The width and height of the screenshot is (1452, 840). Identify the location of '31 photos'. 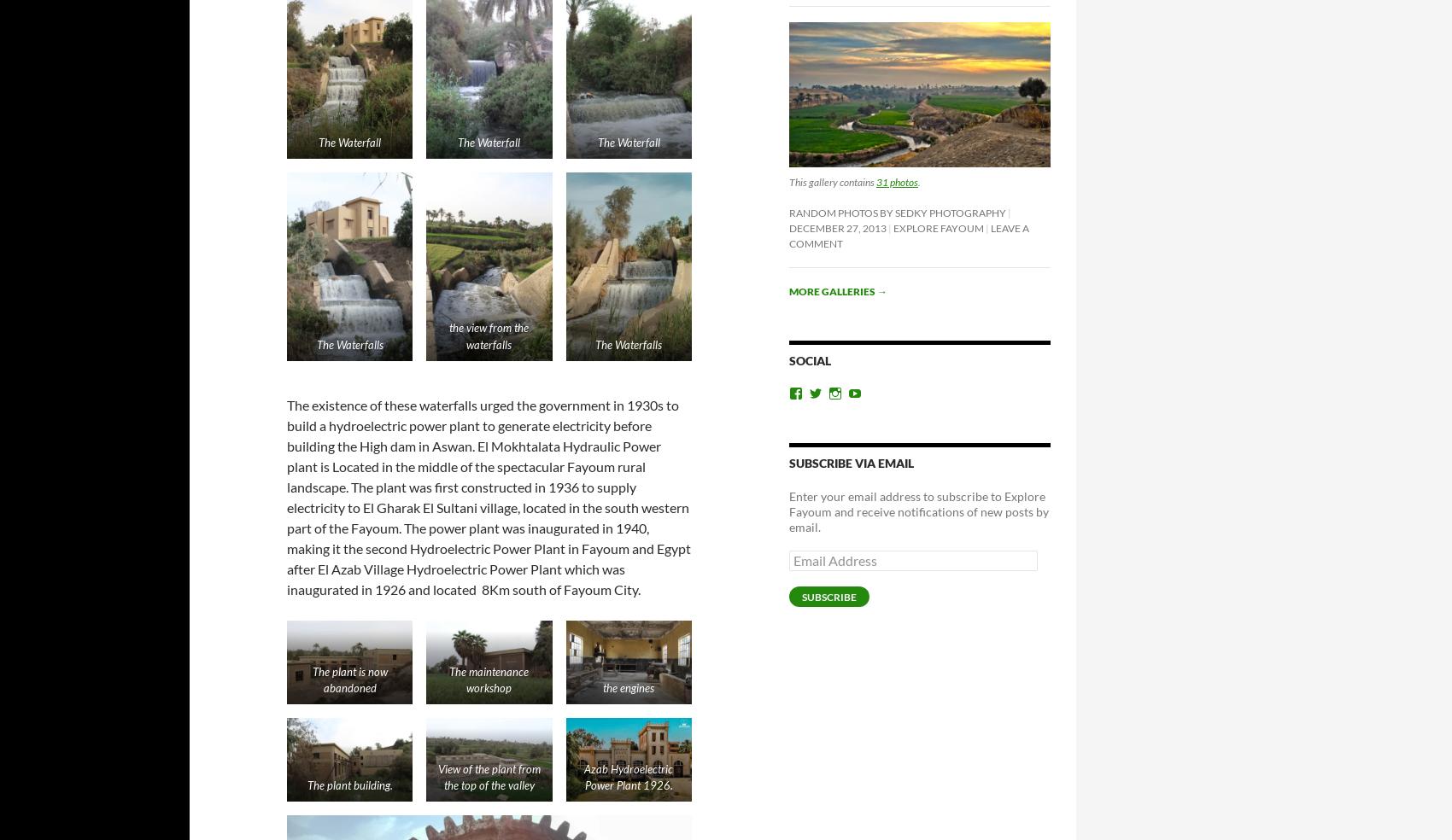
(896, 181).